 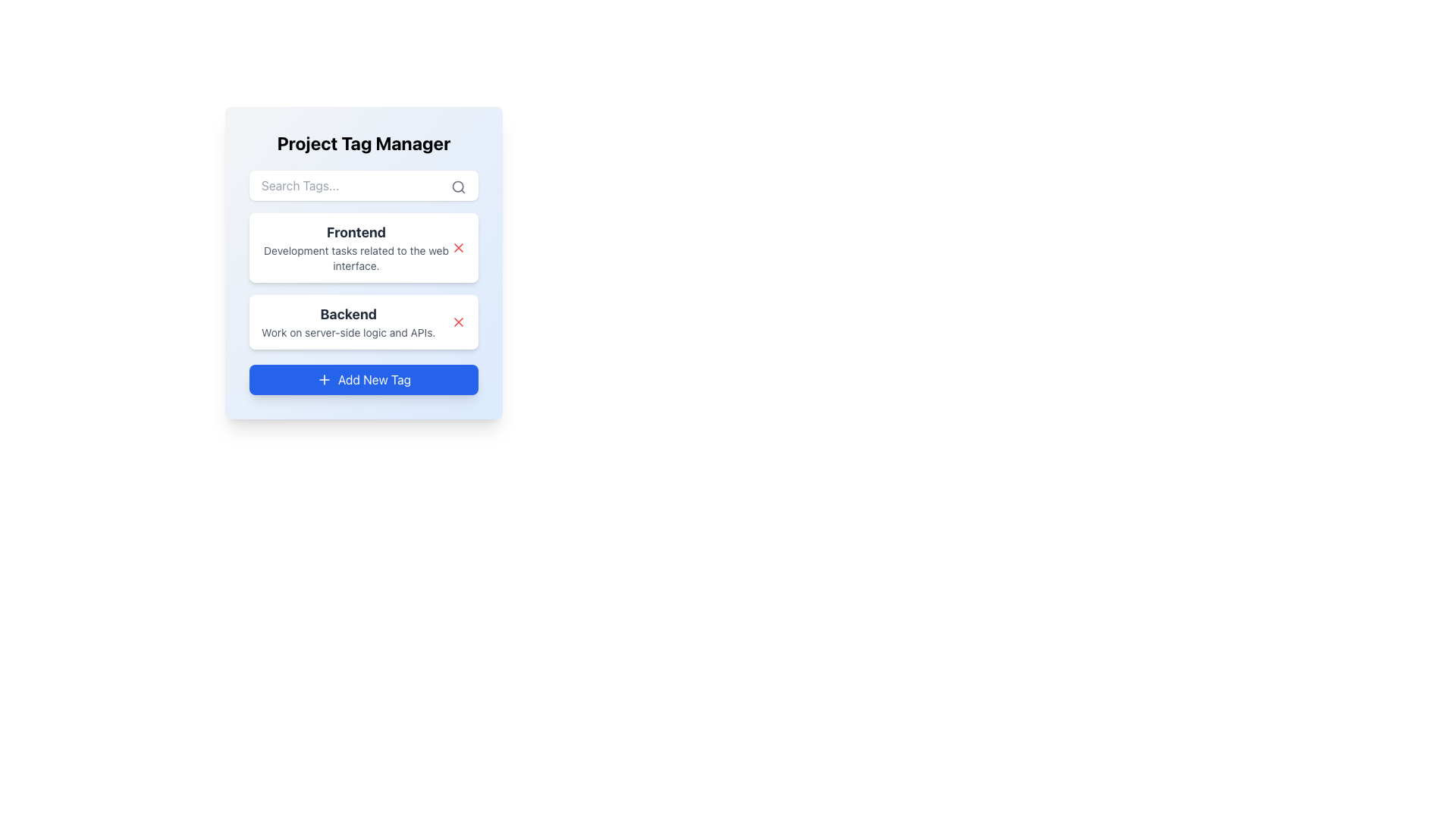 What do you see at coordinates (356, 247) in the screenshot?
I see `the topmost text block in the project tag management system that describes frontend-related tasks` at bounding box center [356, 247].